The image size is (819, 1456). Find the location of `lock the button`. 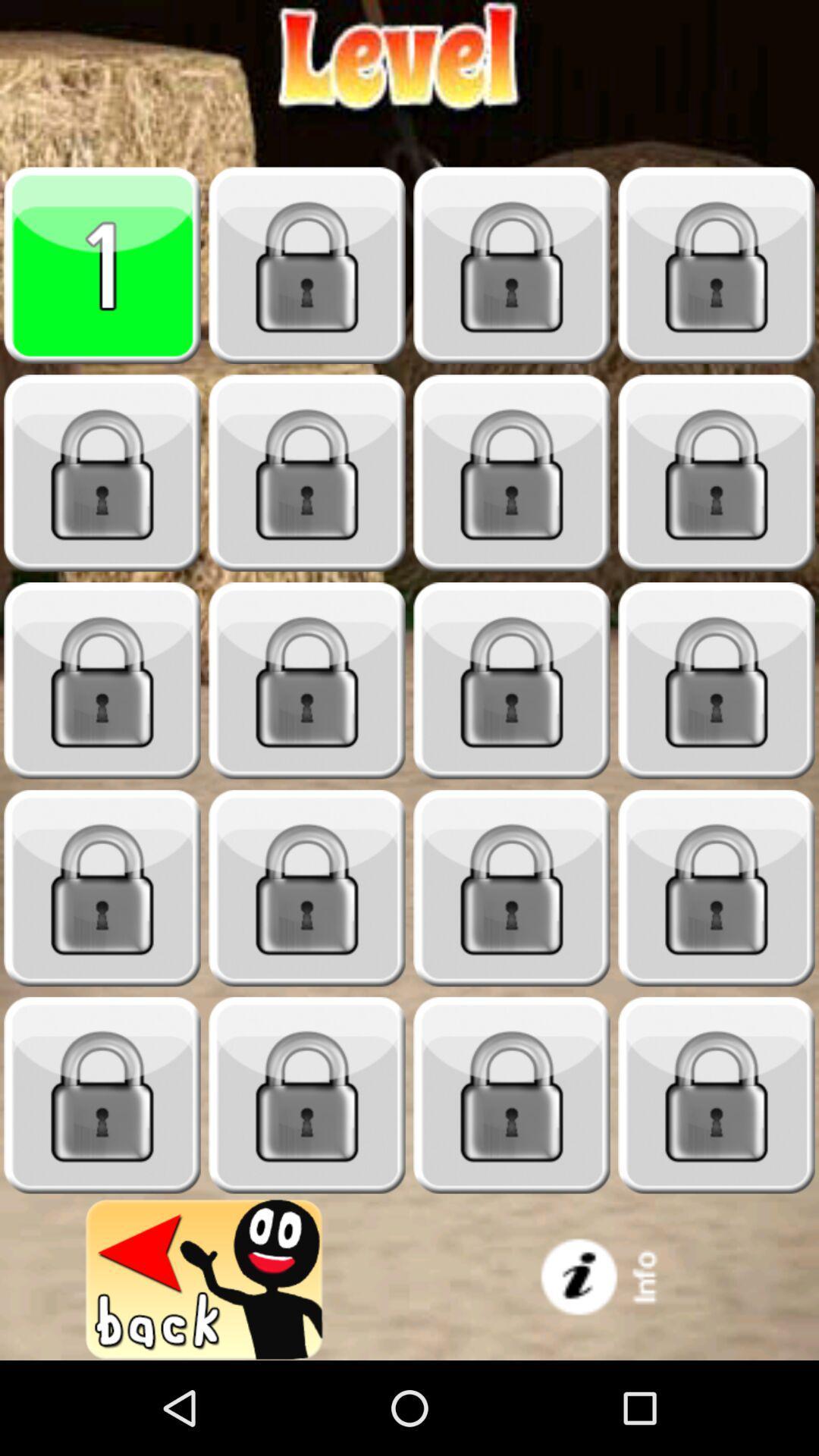

lock the button is located at coordinates (307, 1095).